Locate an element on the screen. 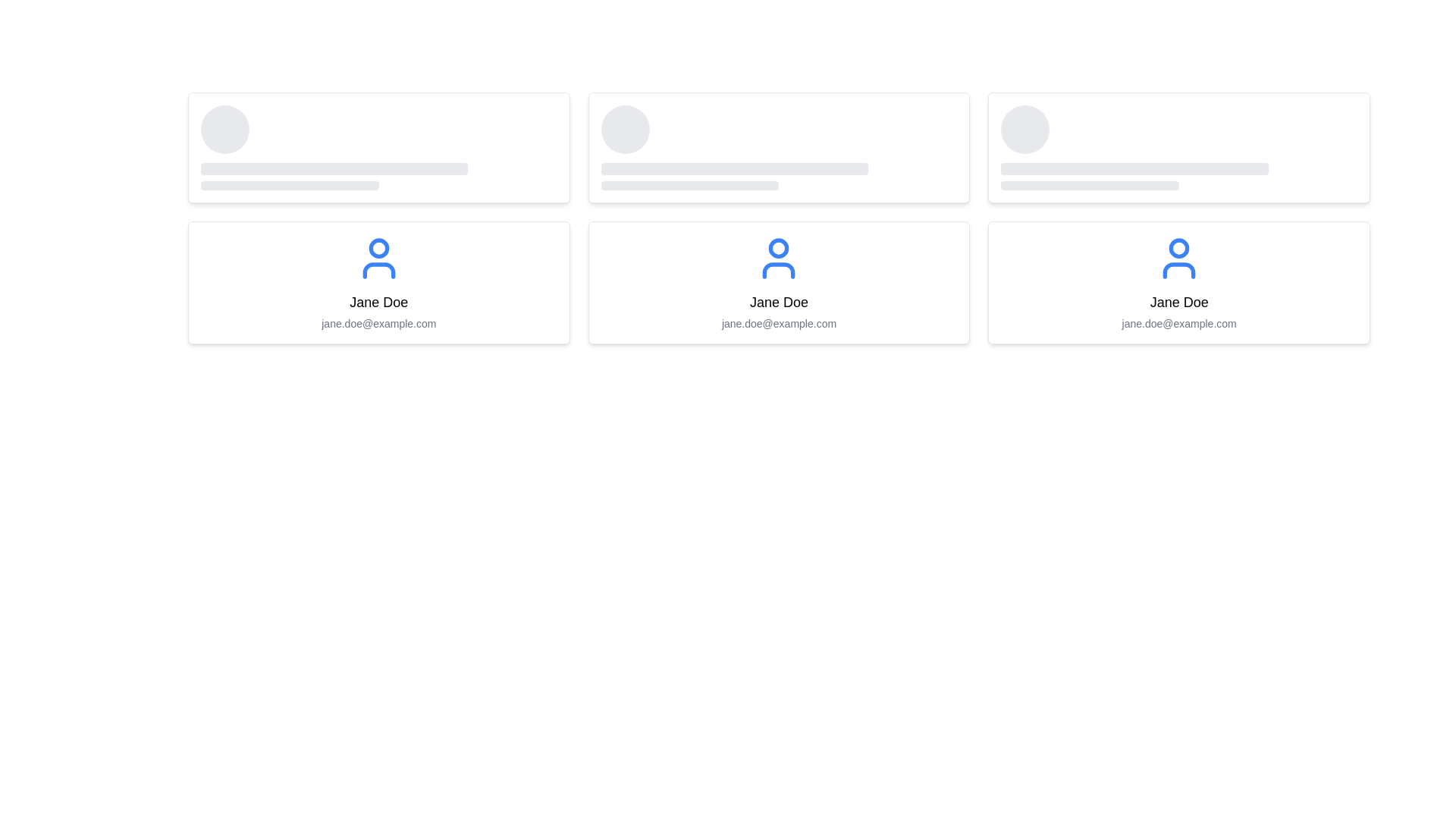  the decorative shape that forms the head of the user icon, which is located above the text 'Jane Doe' and is part of the user icon within the SVG image is located at coordinates (779, 247).